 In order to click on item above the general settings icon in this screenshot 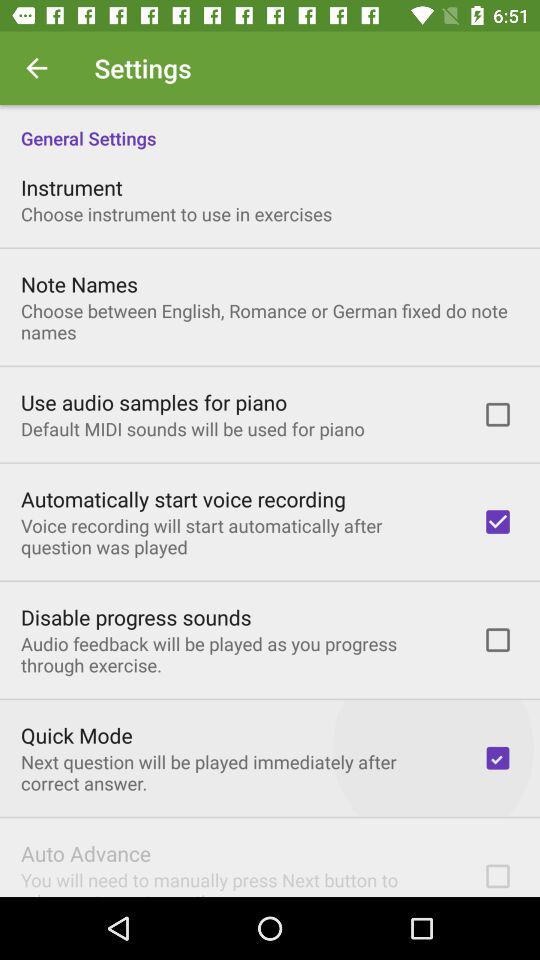, I will do `click(36, 68)`.